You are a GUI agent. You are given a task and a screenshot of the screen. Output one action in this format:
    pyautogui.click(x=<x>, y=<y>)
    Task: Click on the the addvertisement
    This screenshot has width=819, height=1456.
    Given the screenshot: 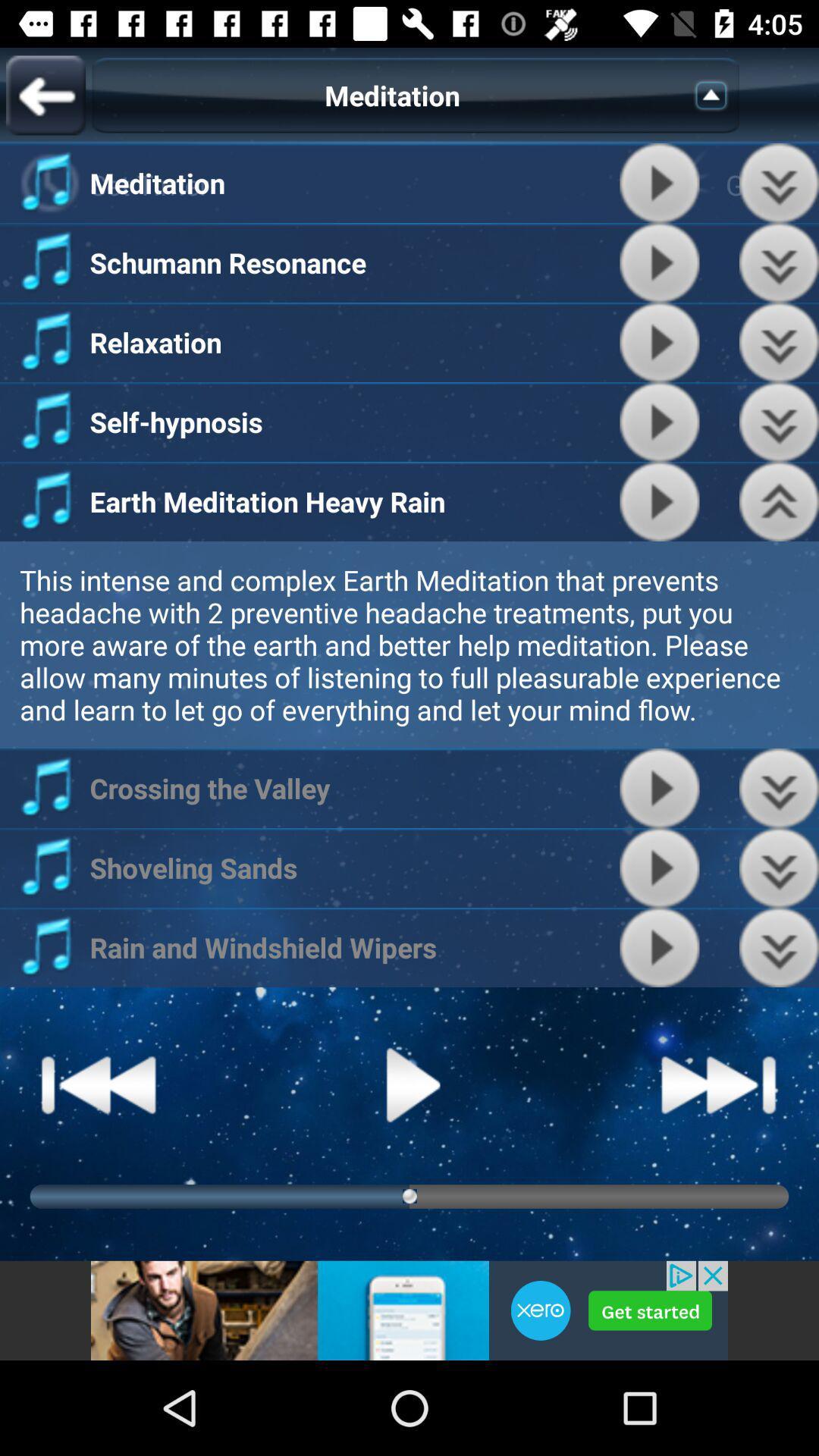 What is the action you would take?
    pyautogui.click(x=409, y=1310)
    